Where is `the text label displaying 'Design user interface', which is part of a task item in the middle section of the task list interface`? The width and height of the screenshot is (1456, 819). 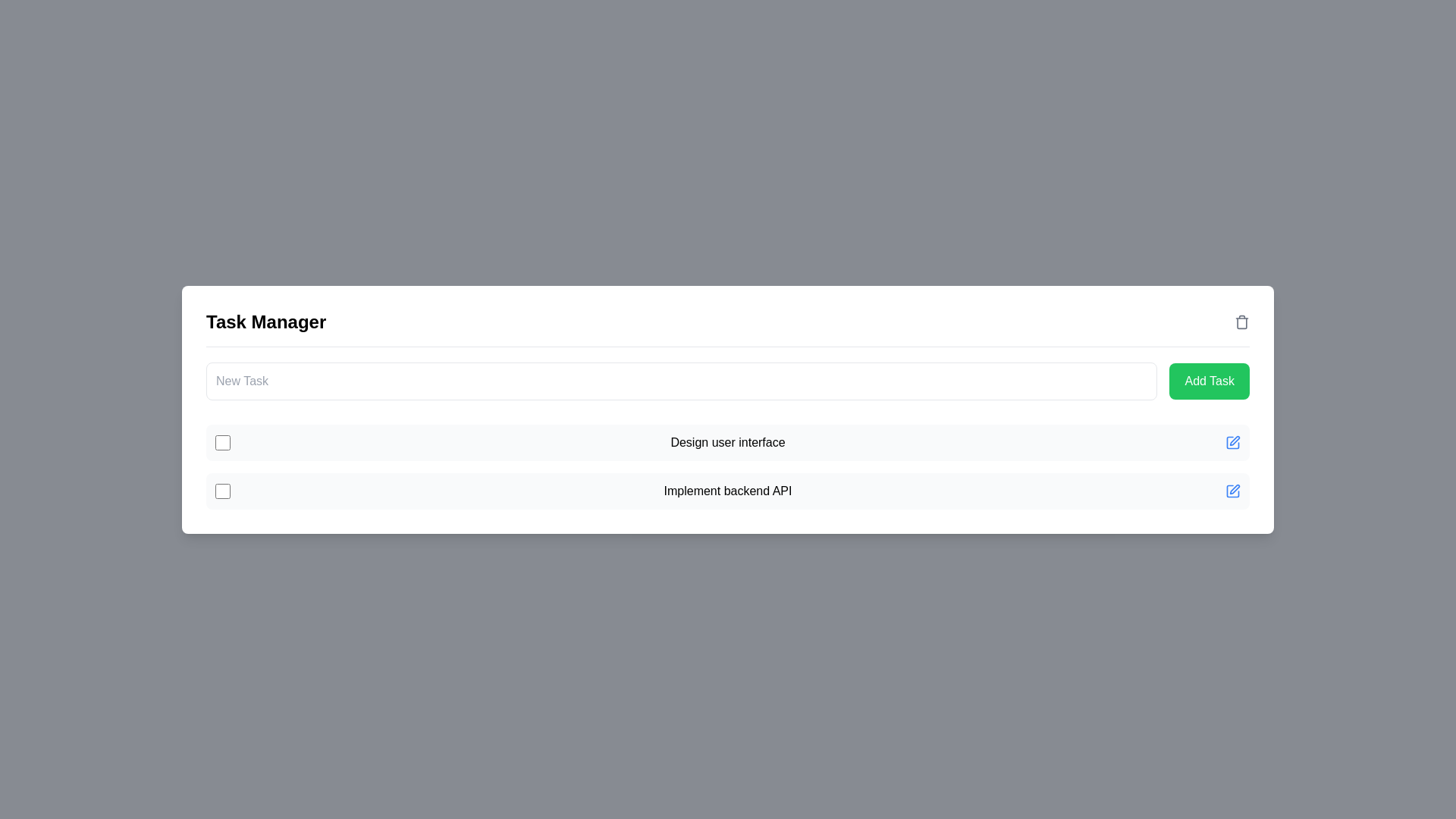
the text label displaying 'Design user interface', which is part of a task item in the middle section of the task list interface is located at coordinates (728, 442).